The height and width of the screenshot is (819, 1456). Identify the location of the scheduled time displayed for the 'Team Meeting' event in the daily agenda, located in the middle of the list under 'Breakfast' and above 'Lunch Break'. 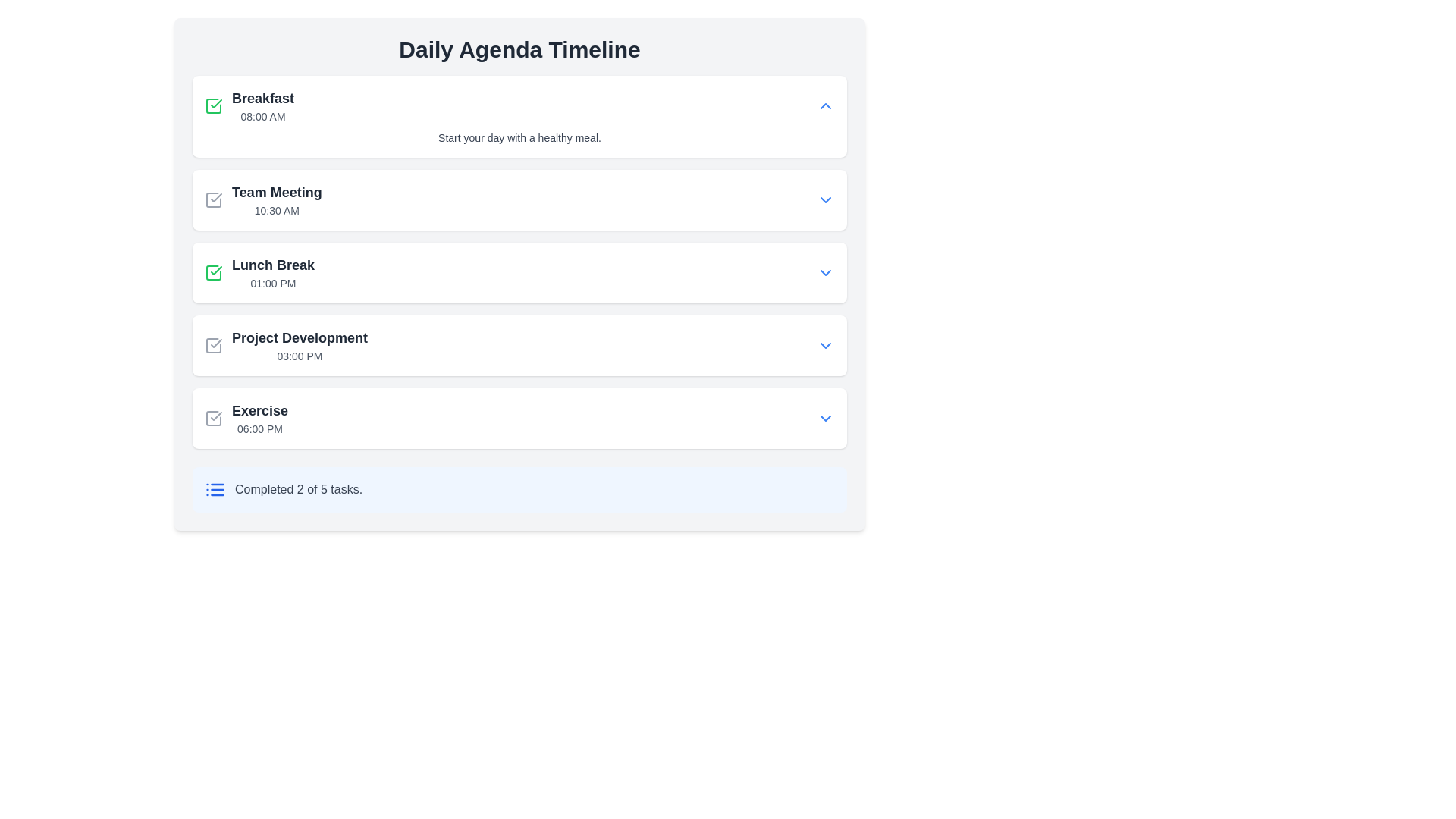
(277, 210).